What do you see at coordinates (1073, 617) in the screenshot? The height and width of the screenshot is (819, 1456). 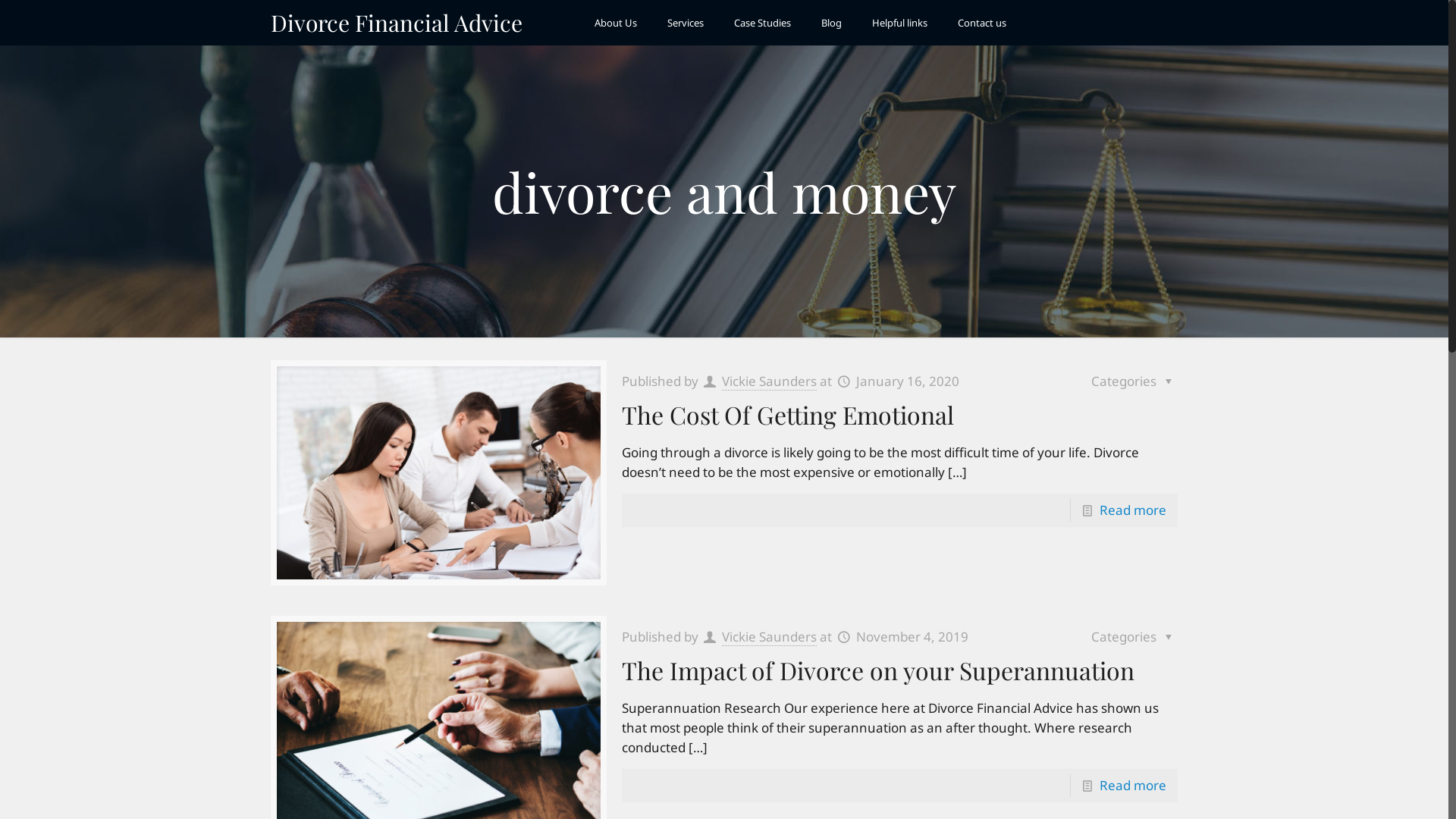 I see `'anthonys@privatewealthpartners.com.au'` at bounding box center [1073, 617].